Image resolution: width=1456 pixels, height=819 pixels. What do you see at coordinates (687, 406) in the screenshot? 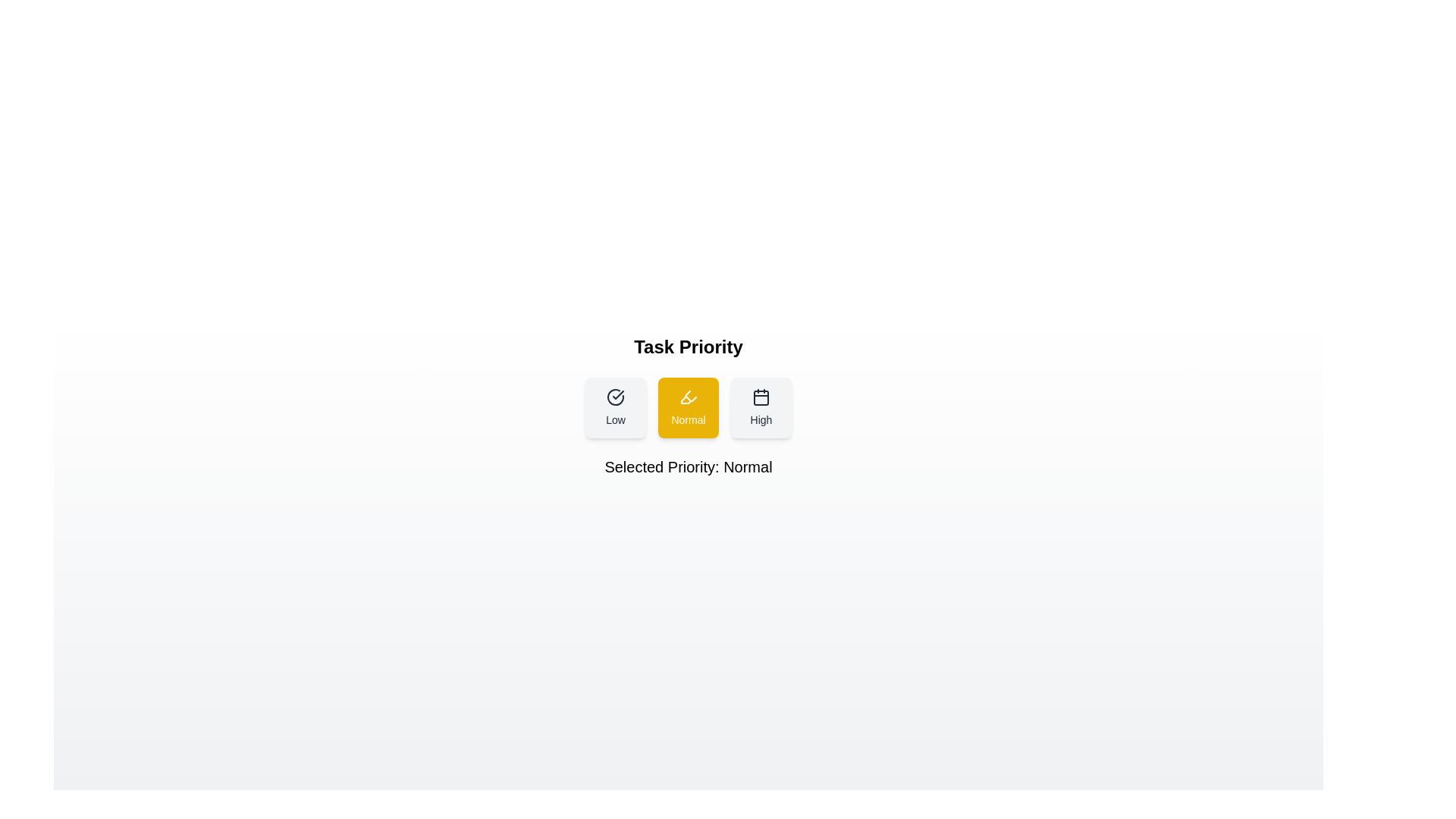
I see `the 'Normal' priority button to select it` at bounding box center [687, 406].